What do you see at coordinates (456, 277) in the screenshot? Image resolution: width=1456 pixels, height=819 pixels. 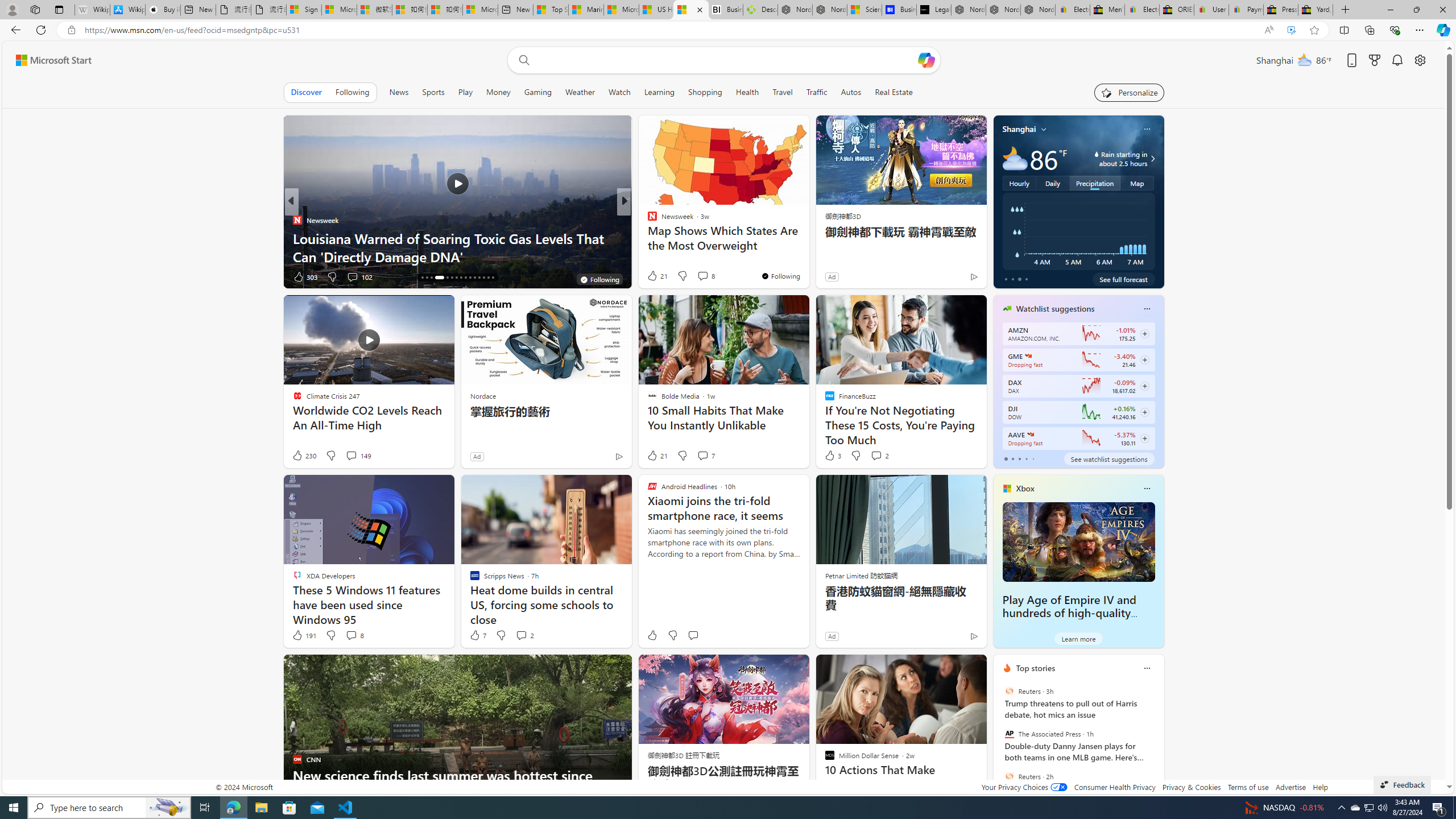 I see `'AutomationID: tab-22'` at bounding box center [456, 277].